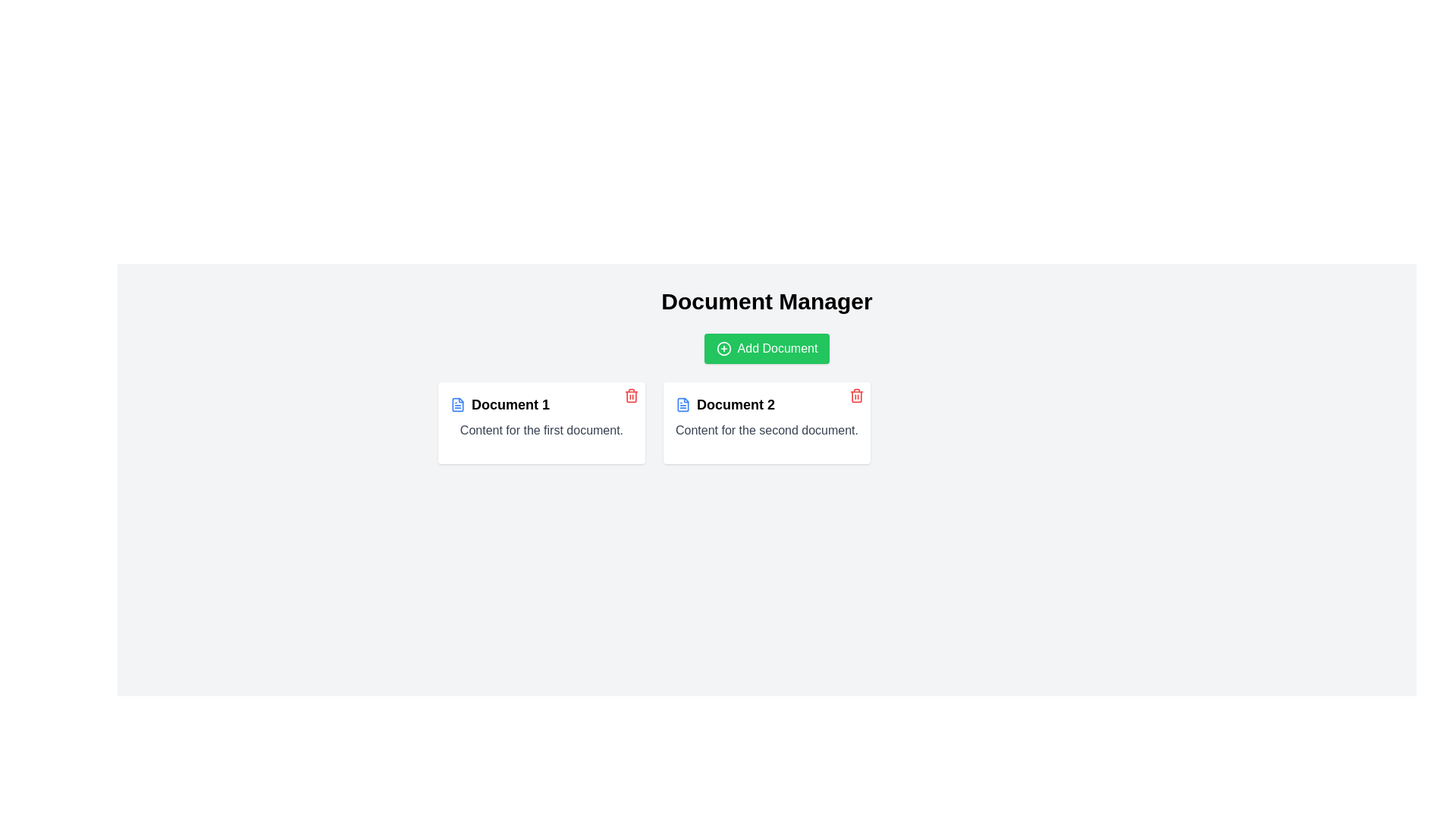  What do you see at coordinates (767, 403) in the screenshot?
I see `the Text label with an accompanying icon that serves as the title for the document within the right white card labeled 'Document 2' in the Document Manager interface` at bounding box center [767, 403].